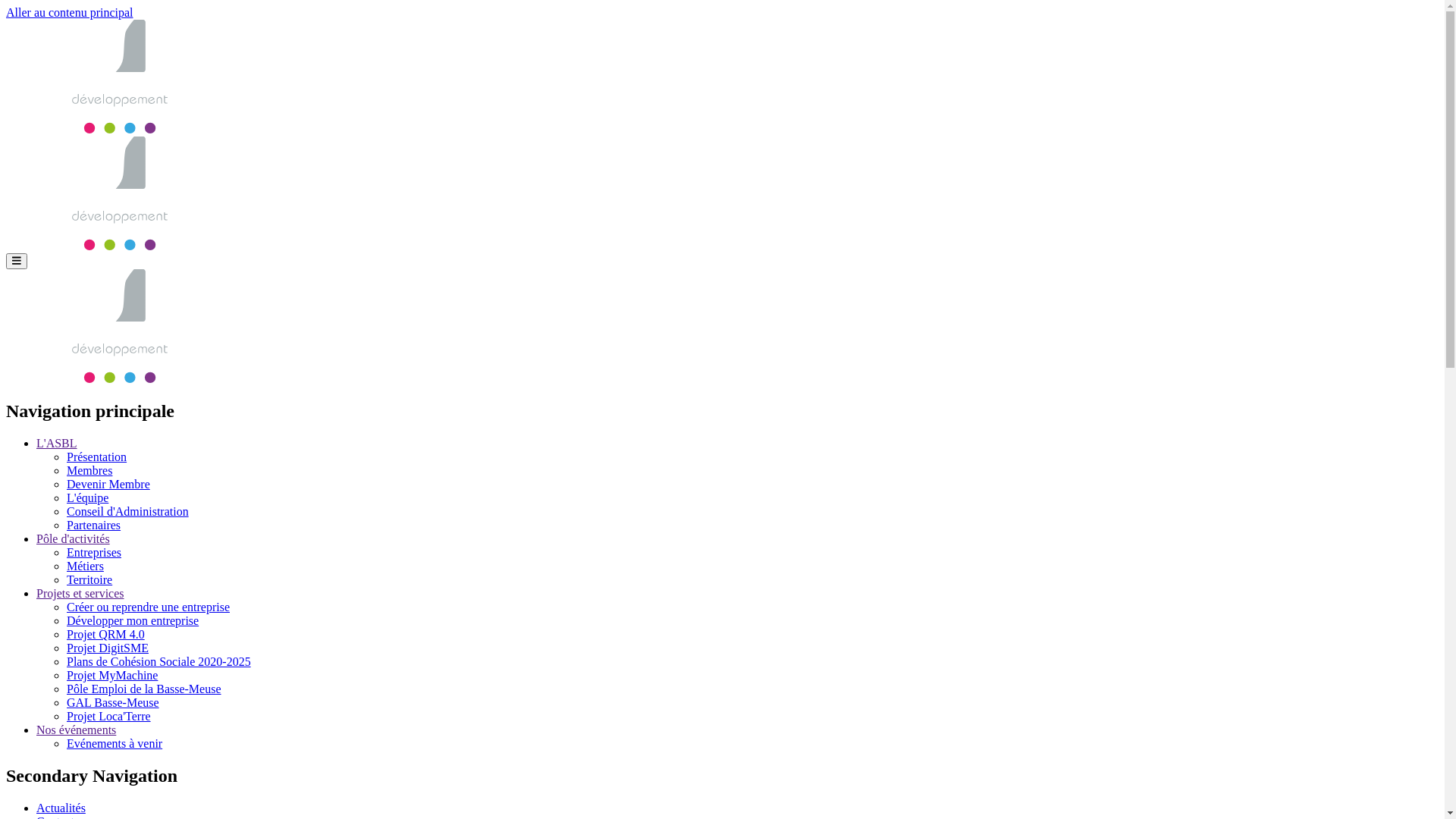 The height and width of the screenshot is (819, 1456). Describe the element at coordinates (65, 552) in the screenshot. I see `'Entreprises'` at that location.